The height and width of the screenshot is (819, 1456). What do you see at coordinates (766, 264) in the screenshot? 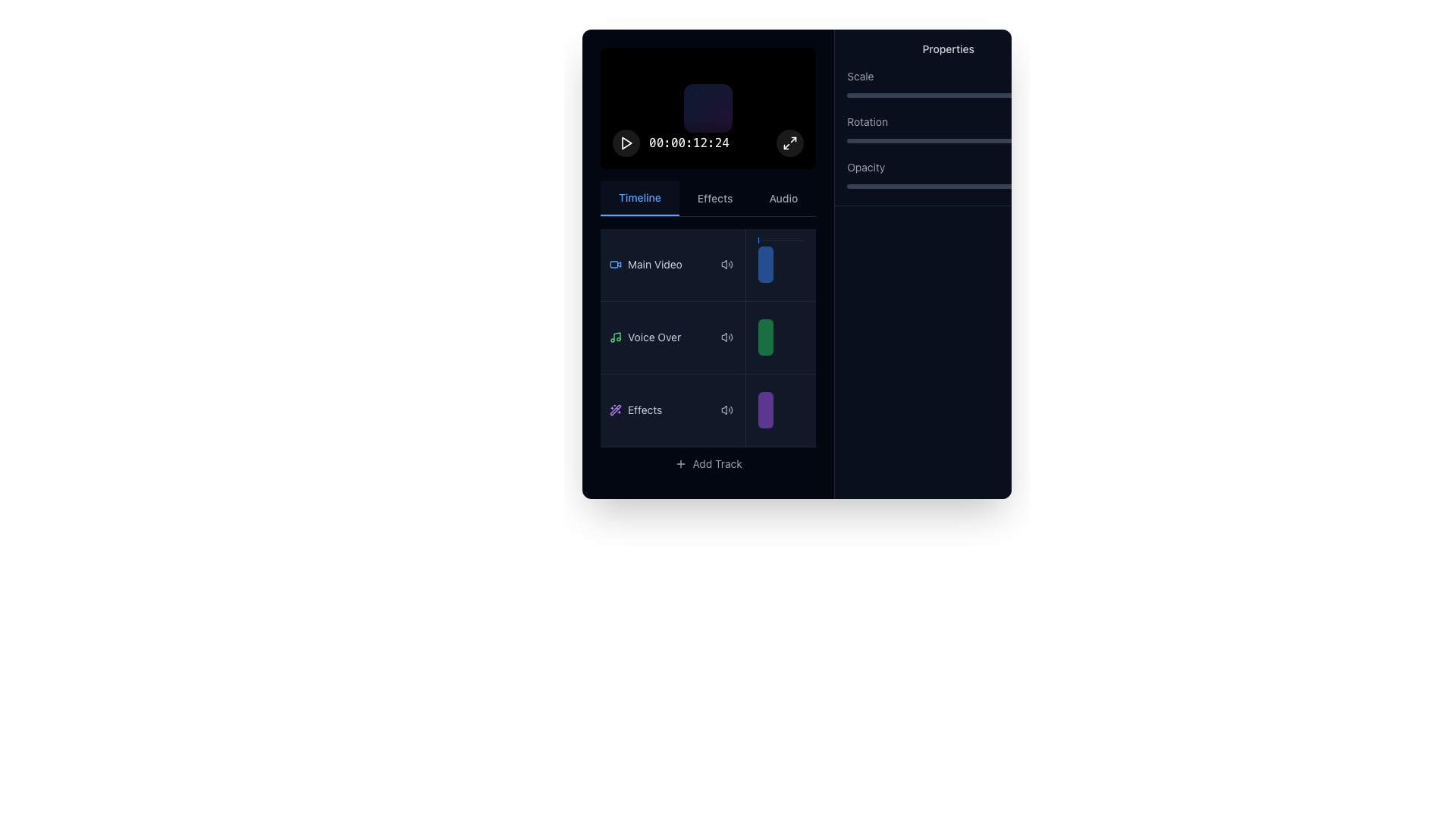
I see `the blue Draggable component located in the 'Timeline' panel, aligned with the 'Main Video' row` at bounding box center [766, 264].